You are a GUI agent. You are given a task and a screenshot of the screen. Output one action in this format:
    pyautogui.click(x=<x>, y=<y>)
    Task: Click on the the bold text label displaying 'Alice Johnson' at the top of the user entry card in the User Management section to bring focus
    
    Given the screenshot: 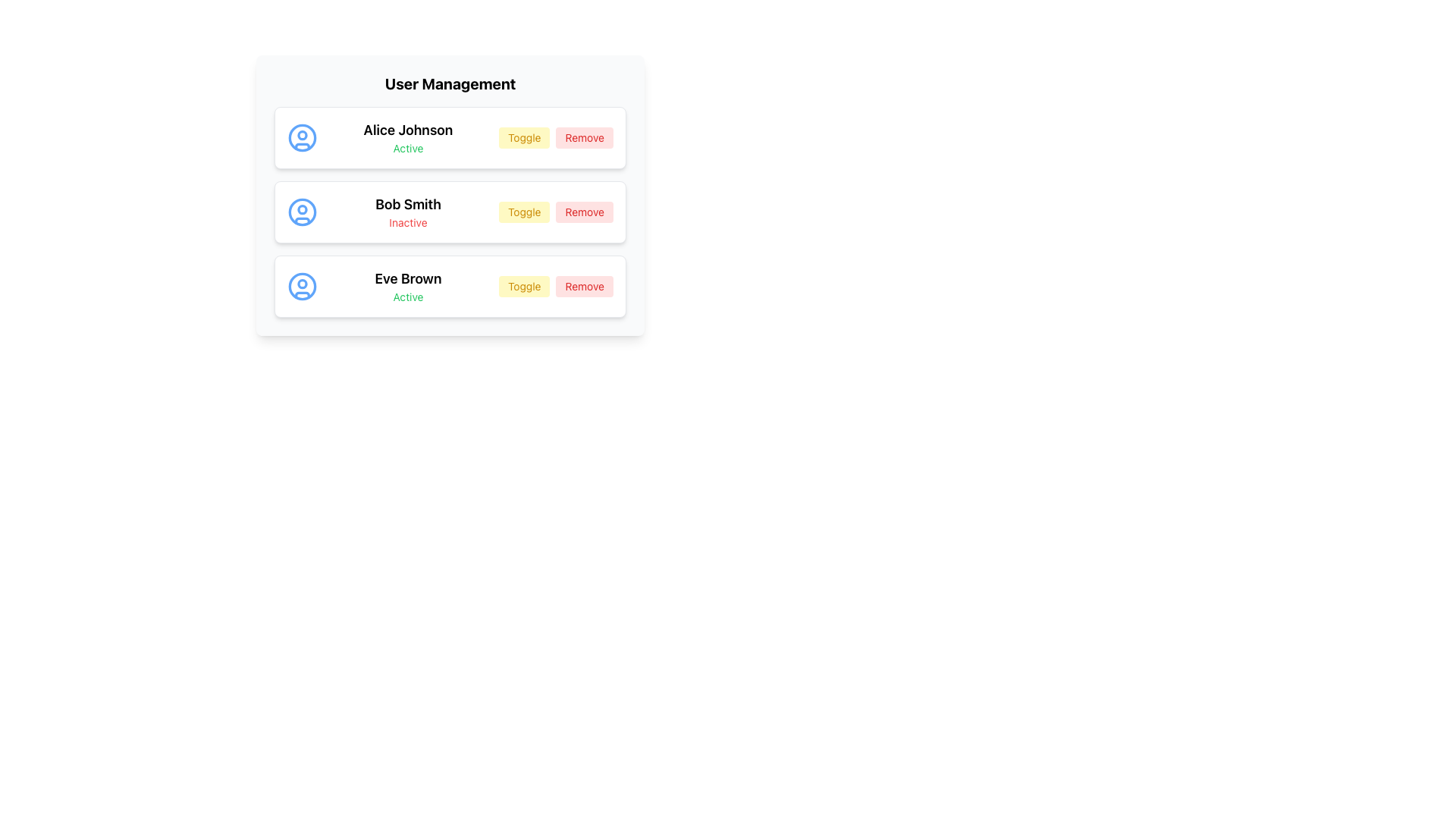 What is the action you would take?
    pyautogui.click(x=408, y=130)
    